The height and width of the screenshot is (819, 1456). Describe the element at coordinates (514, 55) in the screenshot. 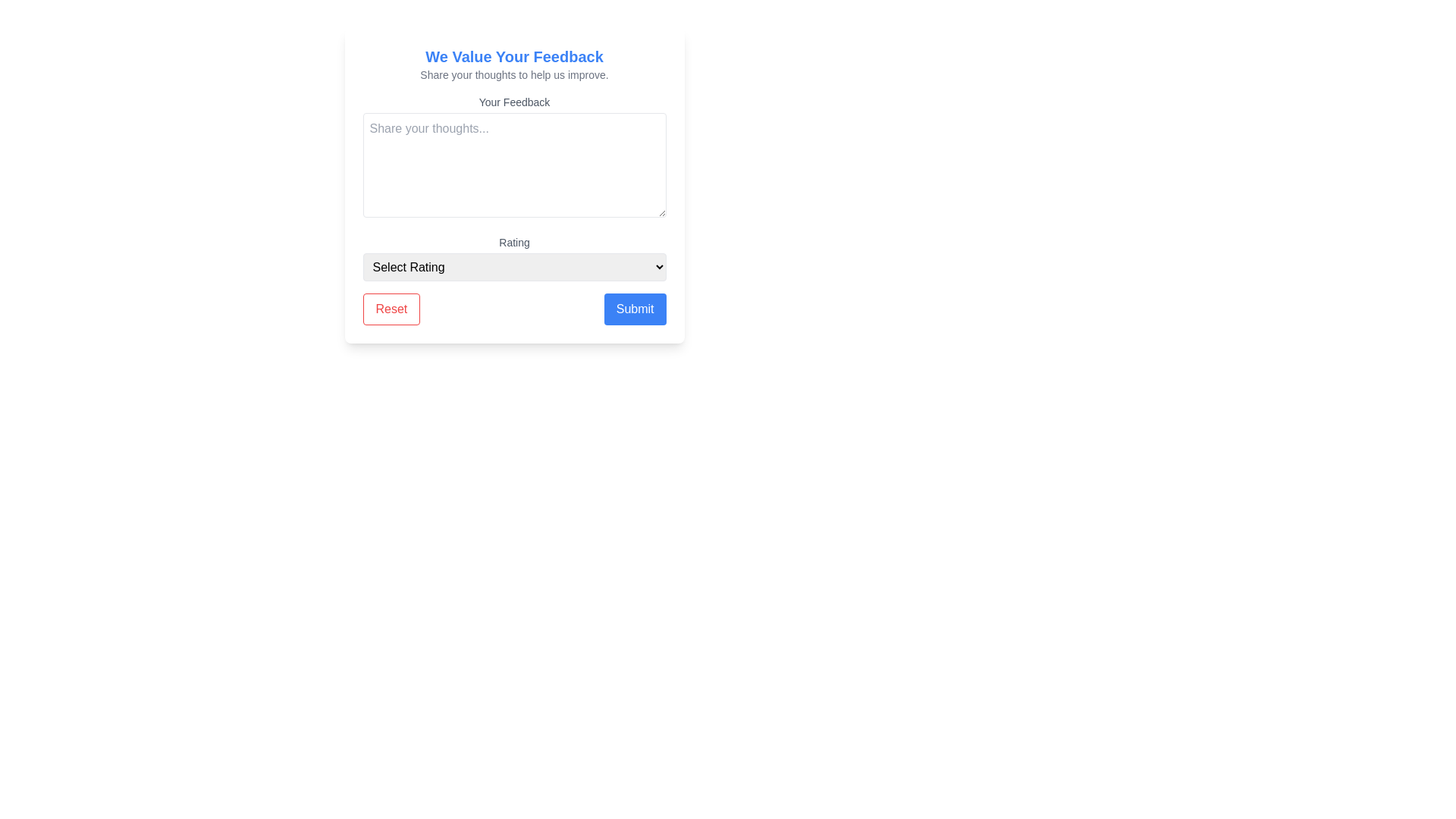

I see `title text element 'We Value Your Feedback' styled in blue color, located at the top center of the feedback form` at that location.